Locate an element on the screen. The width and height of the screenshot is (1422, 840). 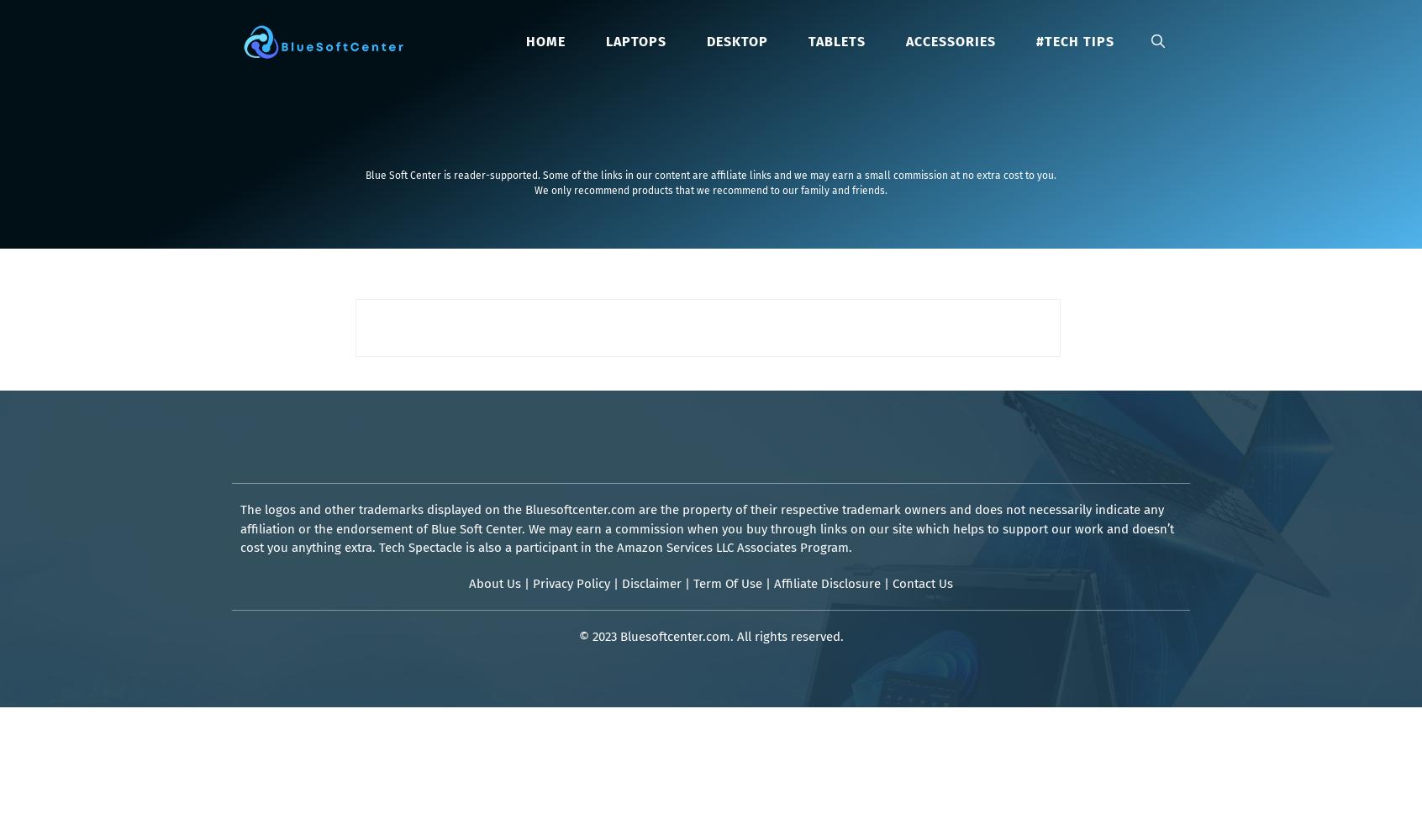
'#Tech Tips' is located at coordinates (1074, 41).